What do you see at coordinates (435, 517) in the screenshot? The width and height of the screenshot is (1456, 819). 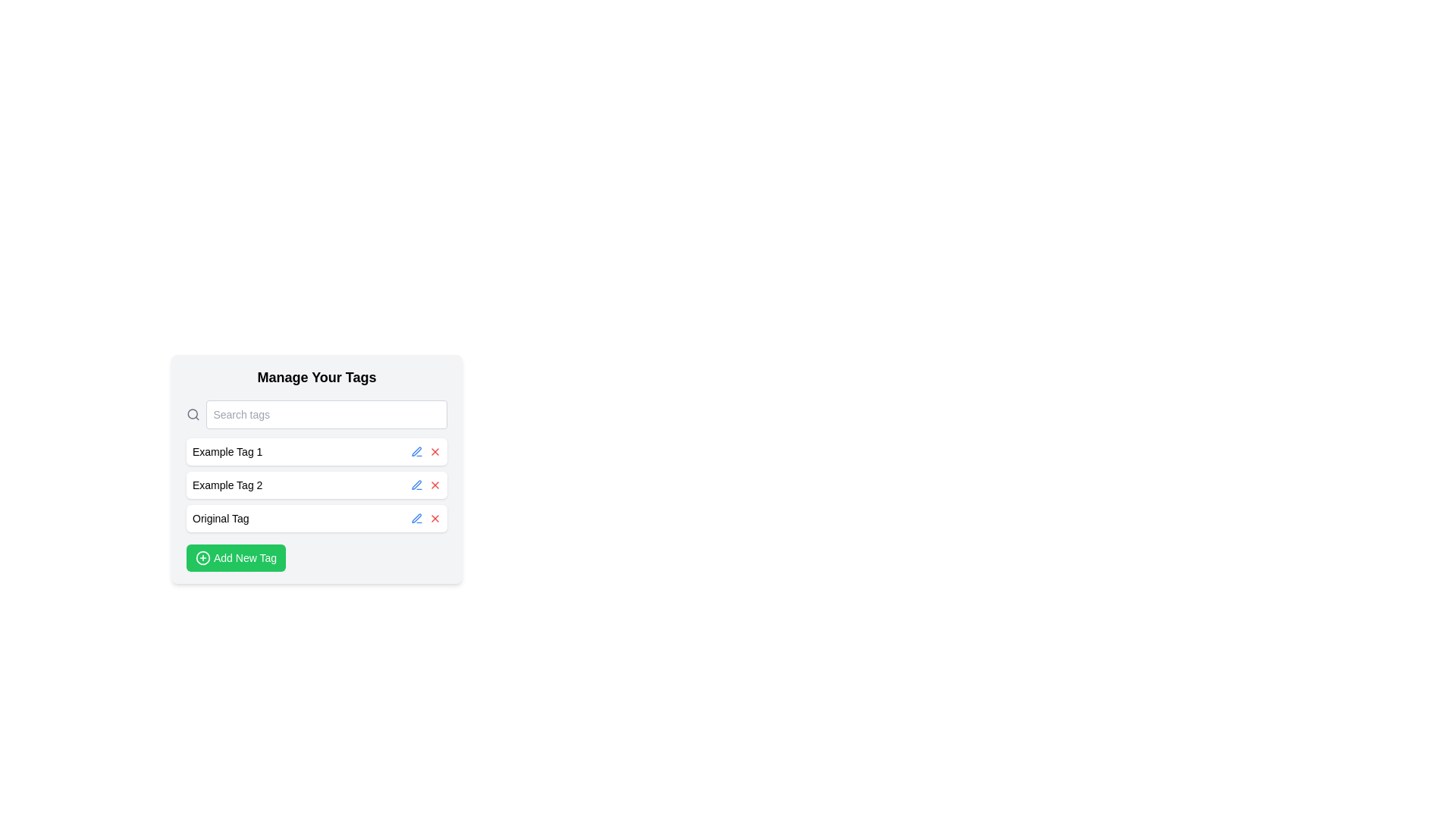 I see `the small circular button with a cross, which is styled to hover with a darker red shade, located beside the text 'Original Tag'` at bounding box center [435, 517].